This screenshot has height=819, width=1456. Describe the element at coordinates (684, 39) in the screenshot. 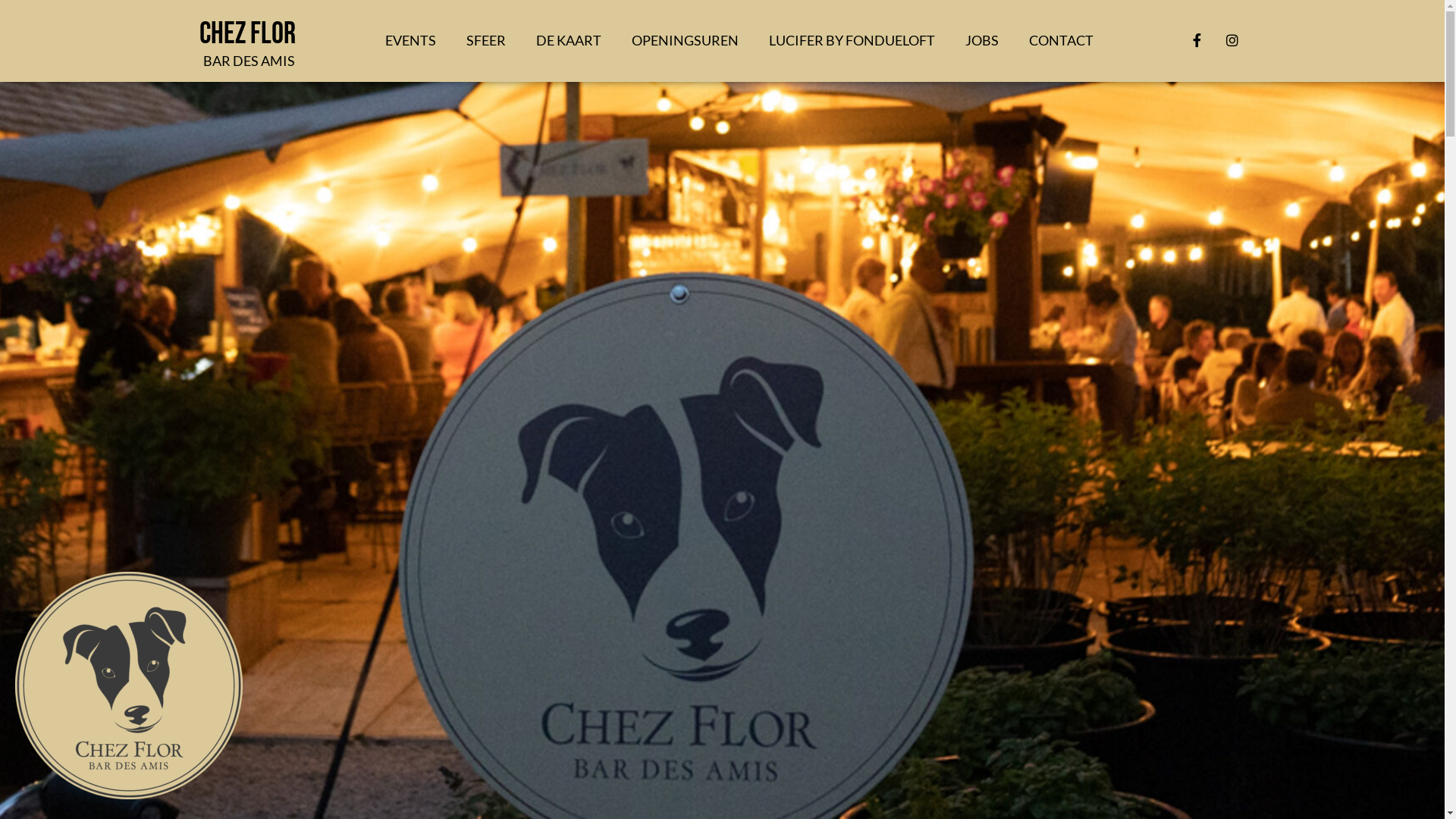

I see `'OPENINGSUREN'` at that location.